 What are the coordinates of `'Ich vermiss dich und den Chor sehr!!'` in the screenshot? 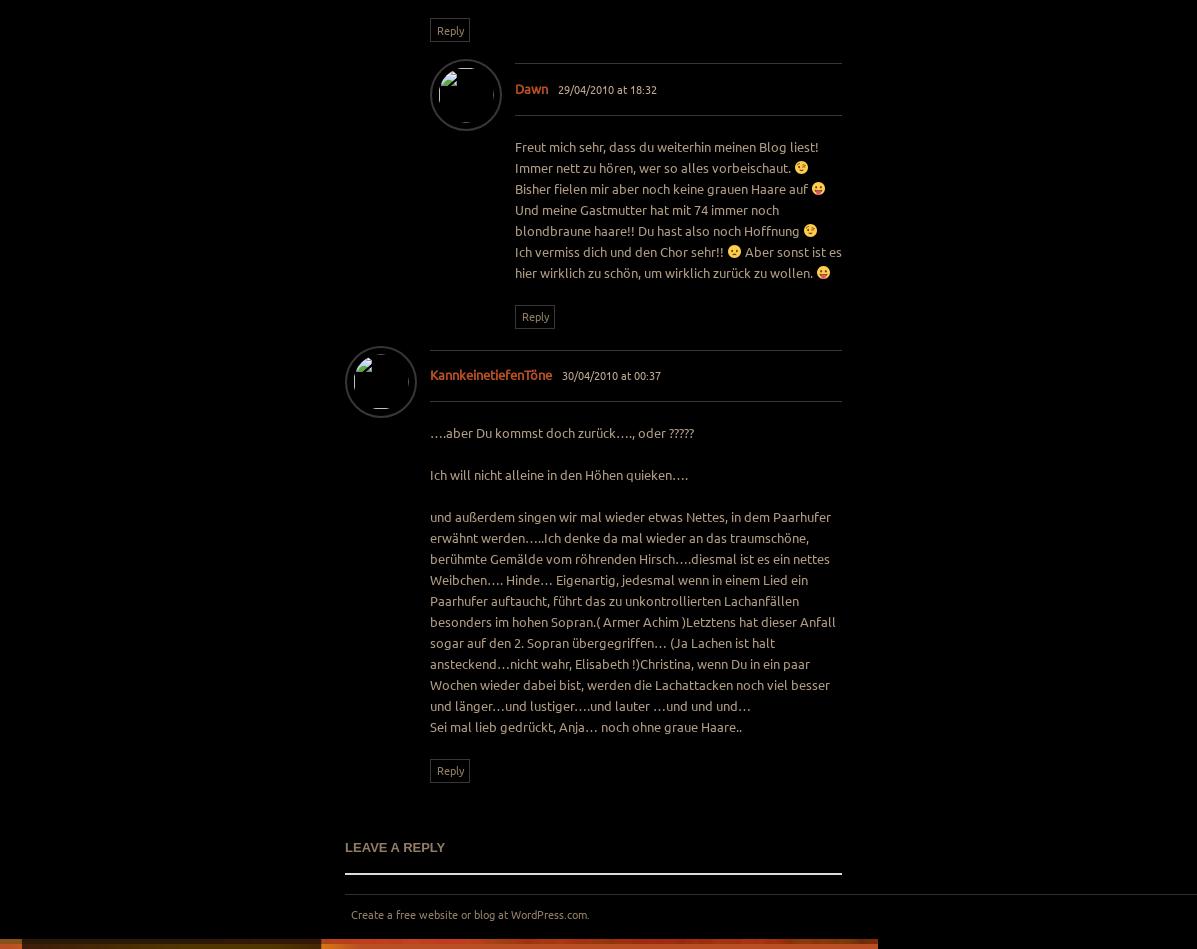 It's located at (620, 249).